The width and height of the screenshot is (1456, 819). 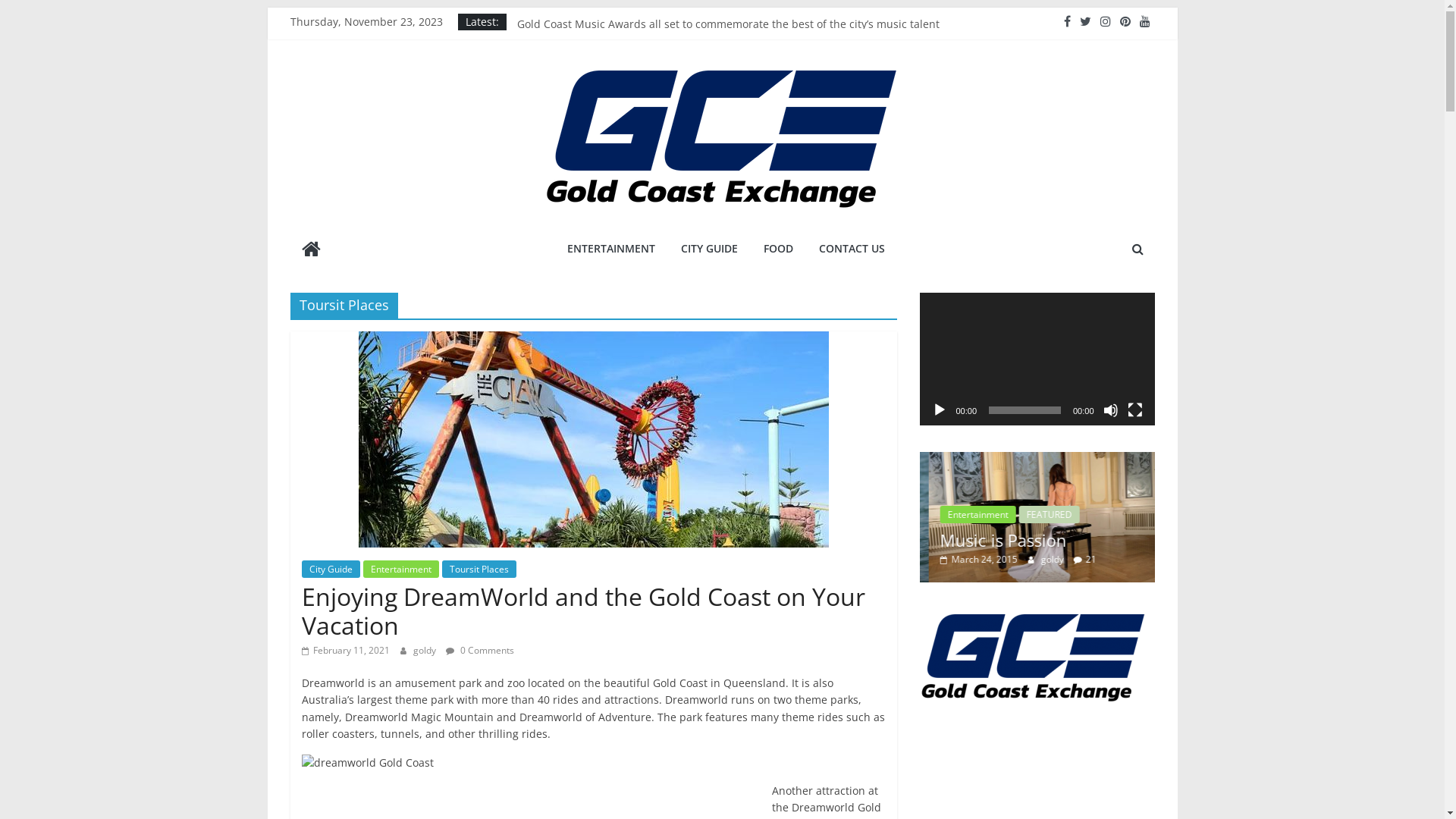 I want to click on 'Play', so click(x=938, y=409).